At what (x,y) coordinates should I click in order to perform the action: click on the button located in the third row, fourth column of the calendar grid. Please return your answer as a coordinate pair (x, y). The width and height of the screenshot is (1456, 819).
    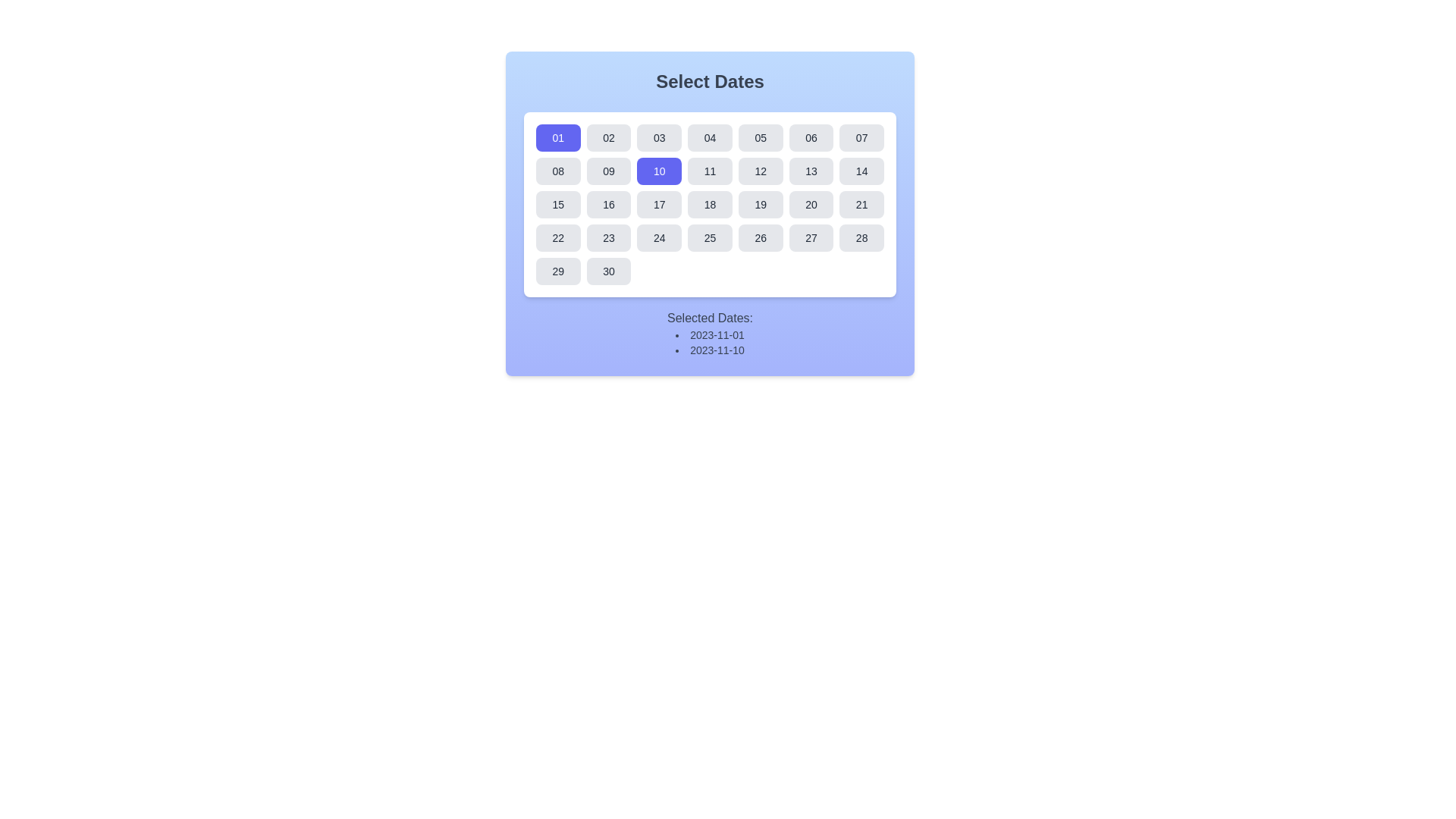
    Looking at the image, I should click on (709, 205).